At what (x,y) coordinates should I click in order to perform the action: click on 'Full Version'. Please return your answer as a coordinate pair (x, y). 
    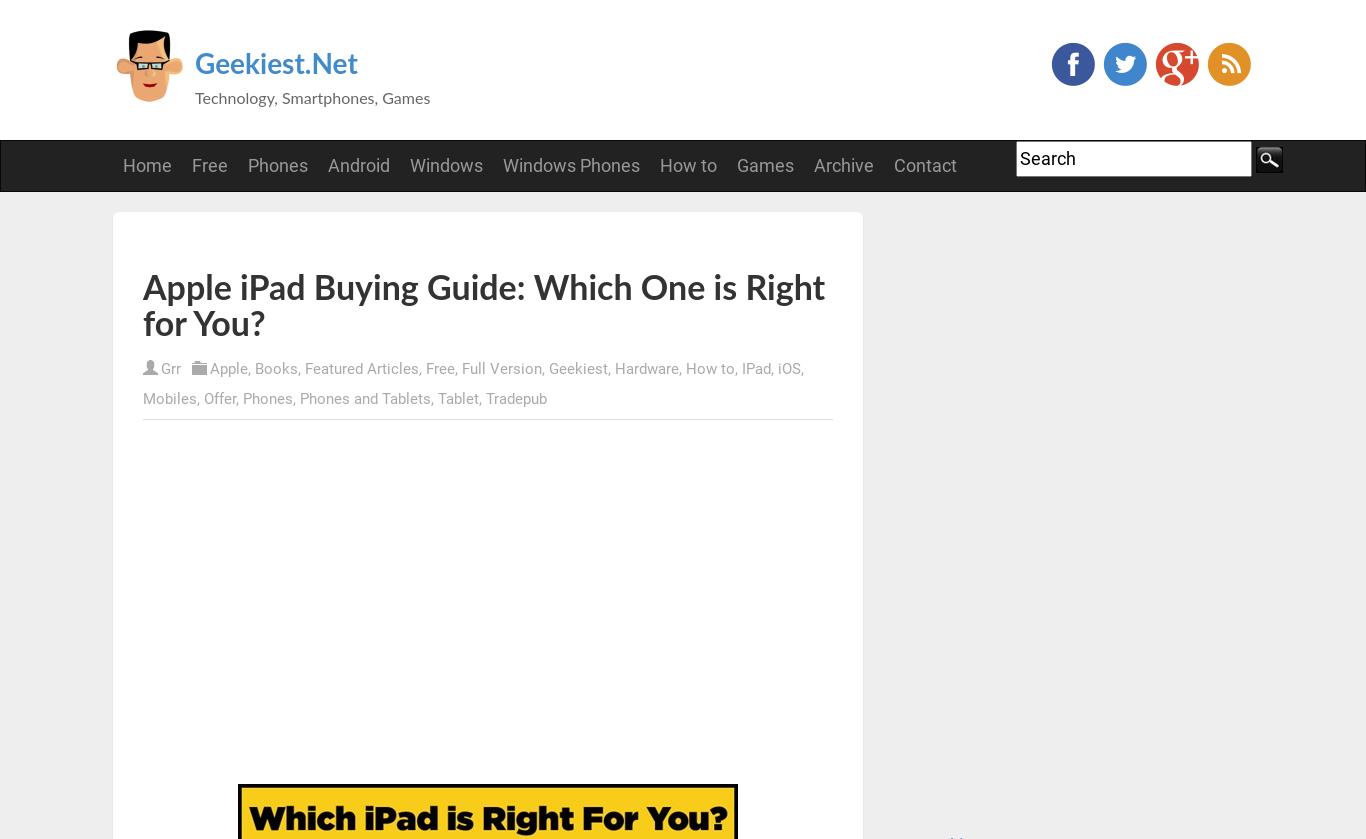
    Looking at the image, I should click on (461, 368).